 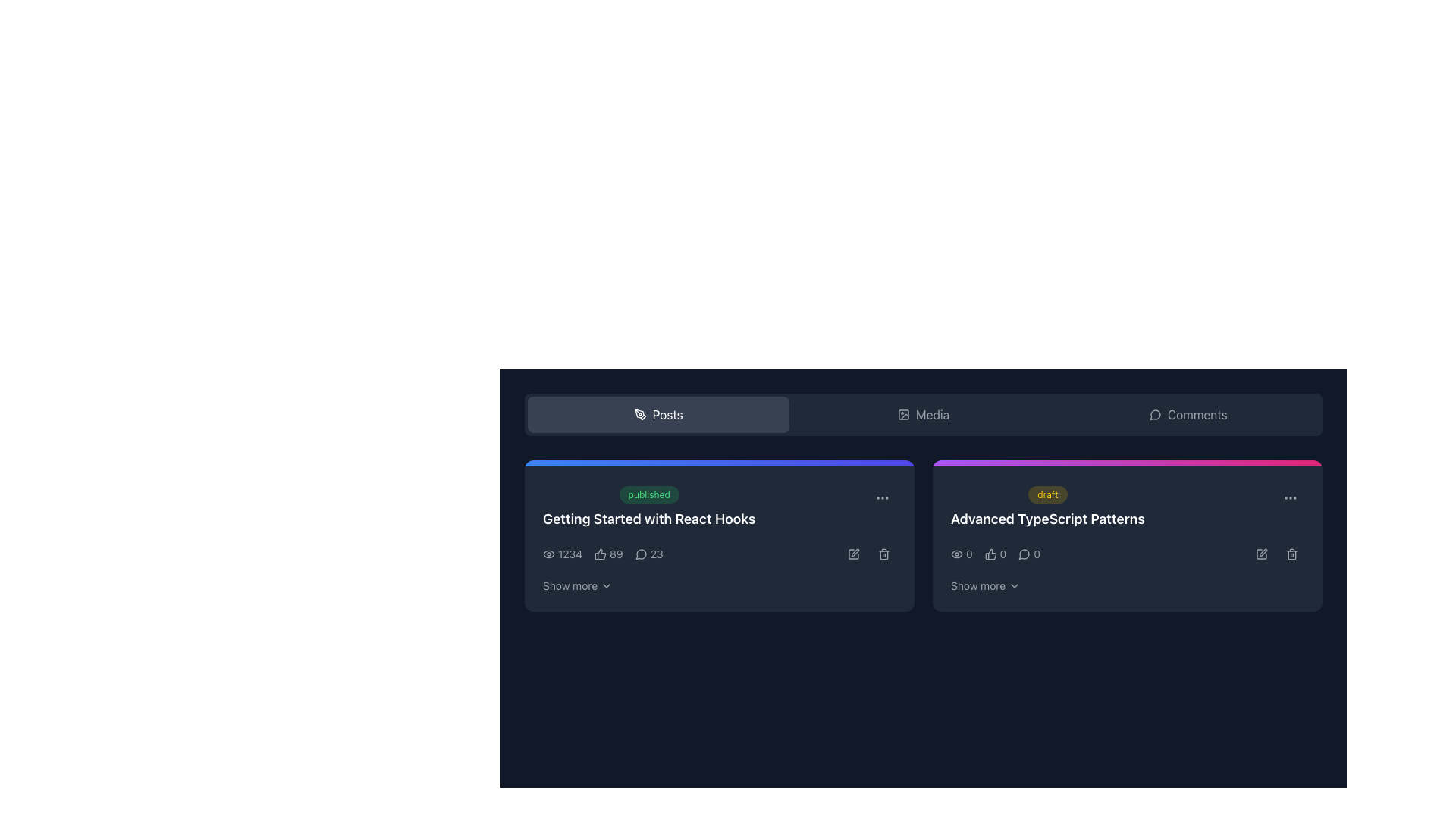 I want to click on information displayed in the text display showing the number '89', located to the right of the thumbs-up icon within the card under 'Getting Started with React Hooks', so click(x=616, y=554).